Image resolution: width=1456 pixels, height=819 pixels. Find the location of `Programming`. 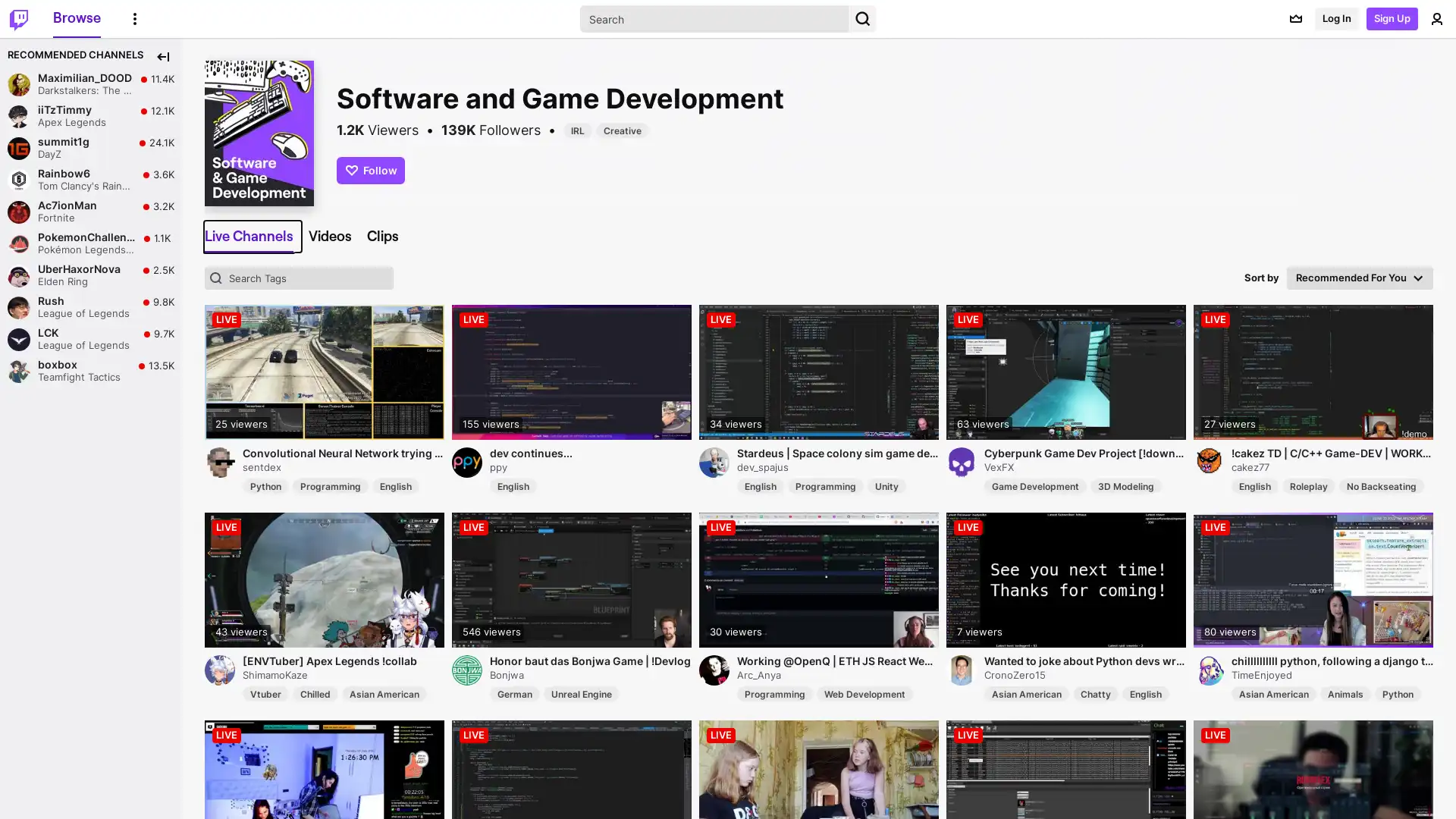

Programming is located at coordinates (330, 485).